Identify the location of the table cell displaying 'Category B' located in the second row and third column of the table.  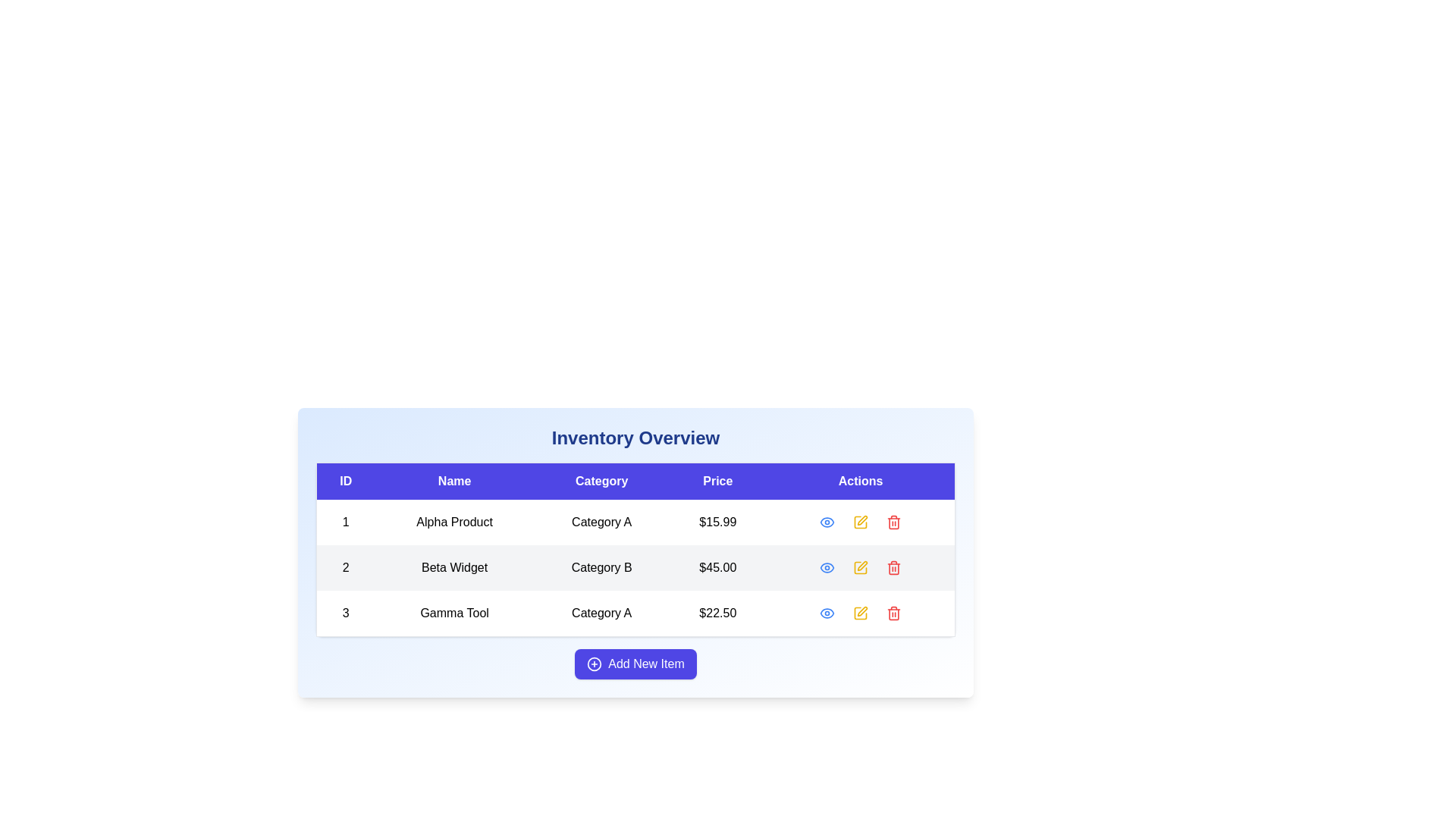
(635, 551).